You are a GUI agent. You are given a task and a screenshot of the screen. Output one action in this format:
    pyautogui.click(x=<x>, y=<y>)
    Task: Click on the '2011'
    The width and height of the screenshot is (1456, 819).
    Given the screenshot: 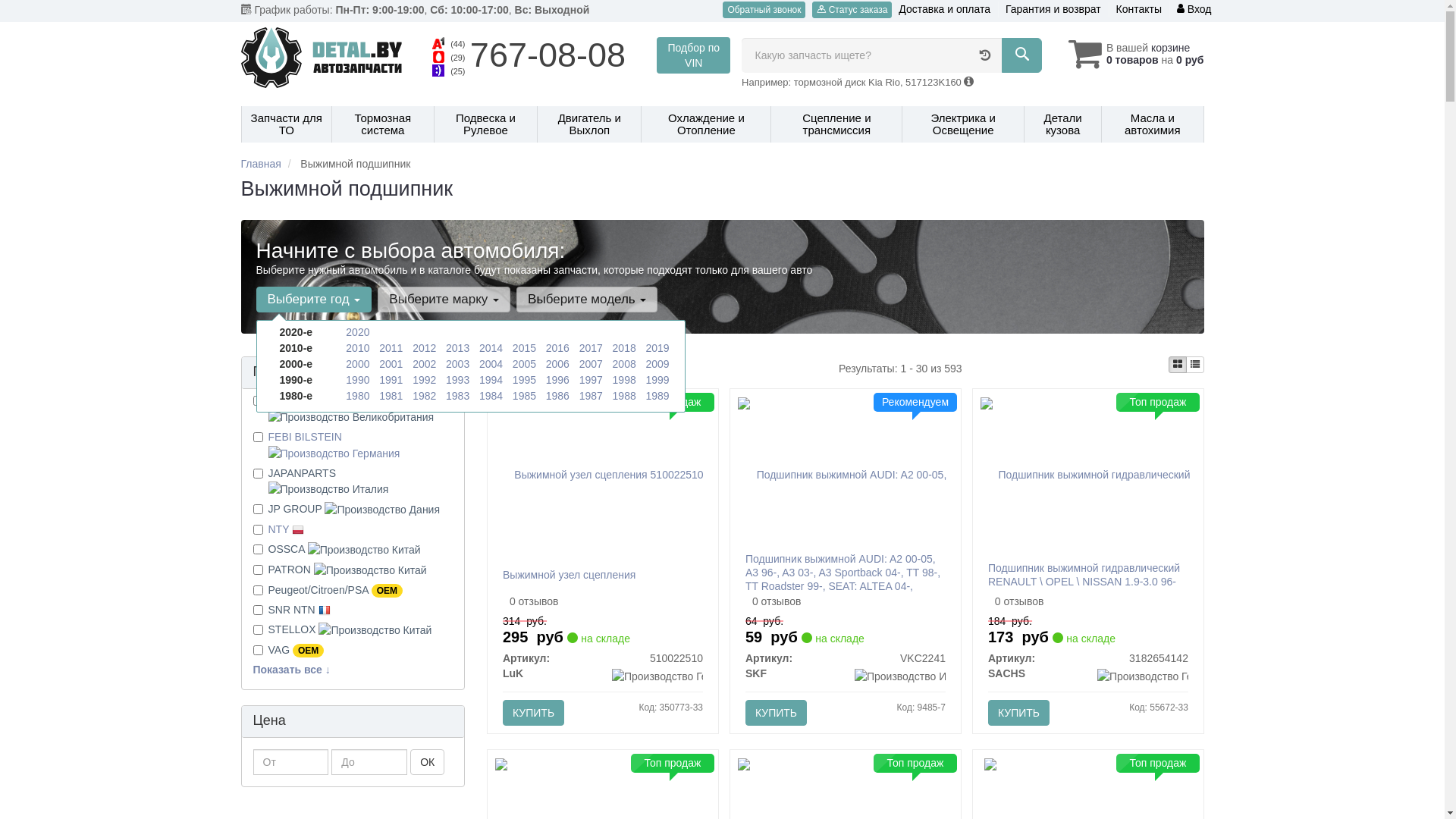 What is the action you would take?
    pyautogui.click(x=391, y=348)
    